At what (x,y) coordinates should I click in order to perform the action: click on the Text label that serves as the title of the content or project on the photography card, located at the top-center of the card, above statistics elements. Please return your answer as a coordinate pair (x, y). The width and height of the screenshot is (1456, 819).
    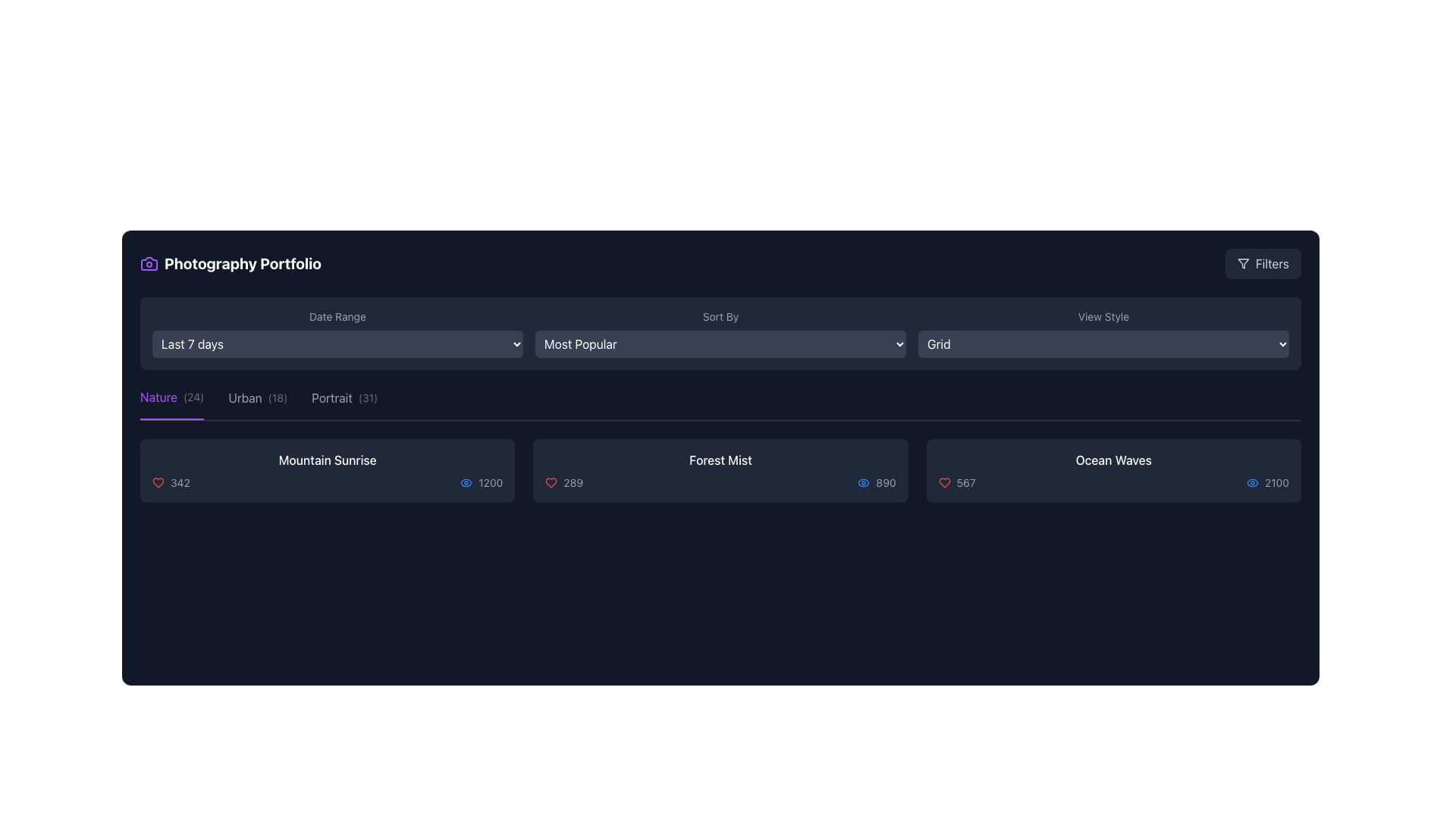
    Looking at the image, I should click on (720, 459).